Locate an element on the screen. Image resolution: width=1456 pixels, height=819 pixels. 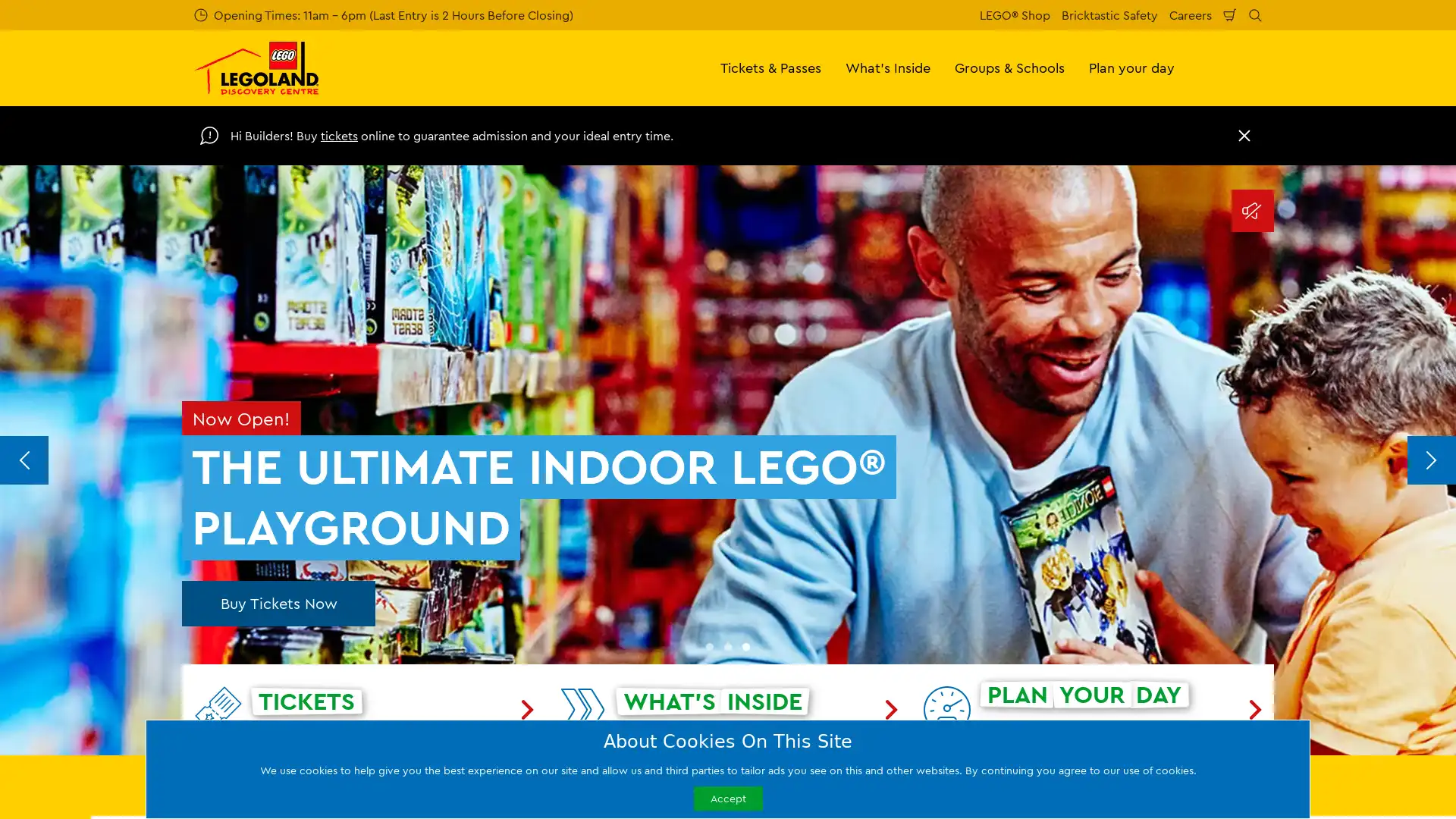
Shopping Cart is located at coordinates (1230, 14).